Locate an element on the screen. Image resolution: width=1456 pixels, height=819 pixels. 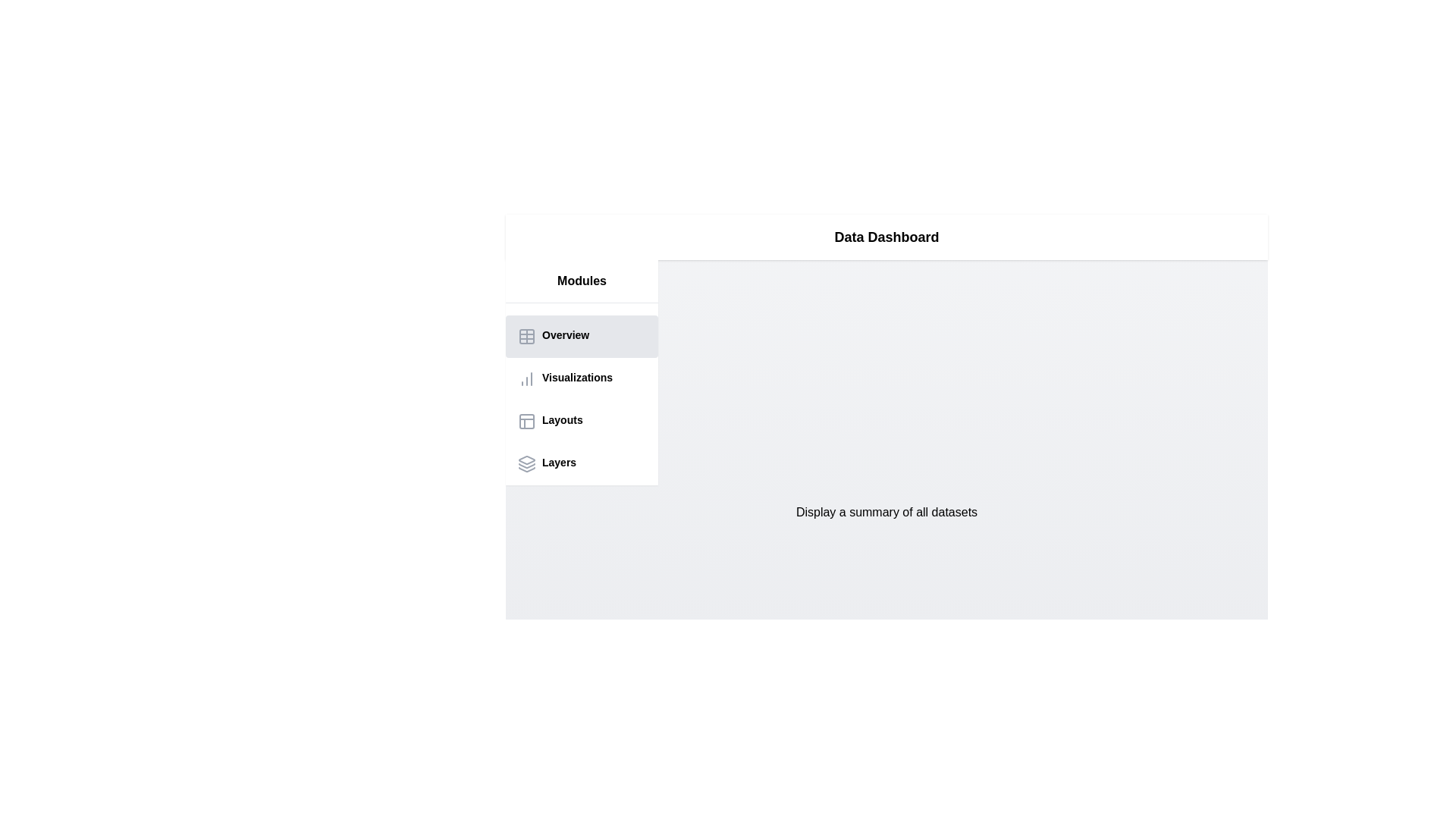
the Layers tab in the sidebar is located at coordinates (581, 463).